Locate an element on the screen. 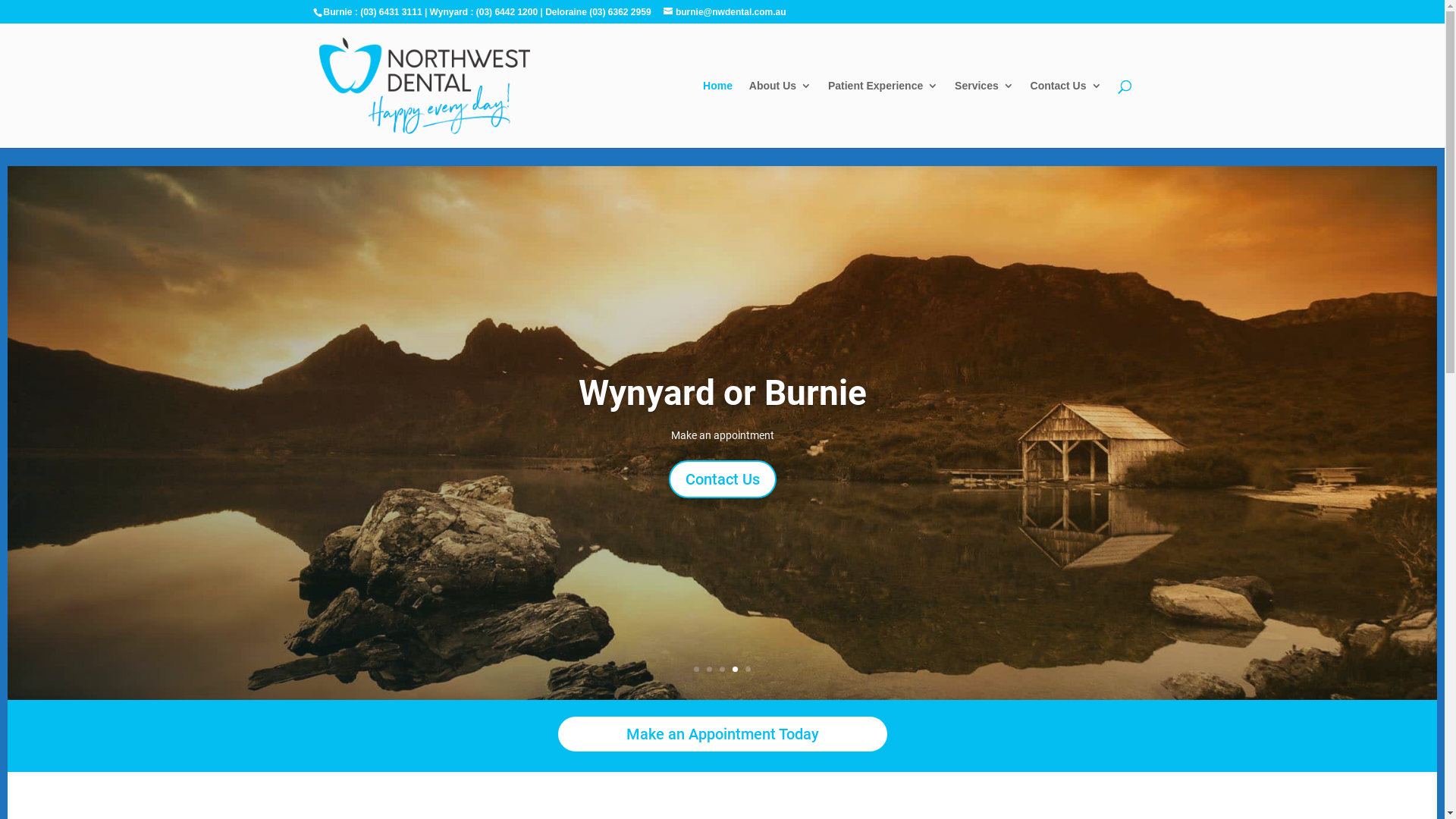  '2' is located at coordinates (705, 668).